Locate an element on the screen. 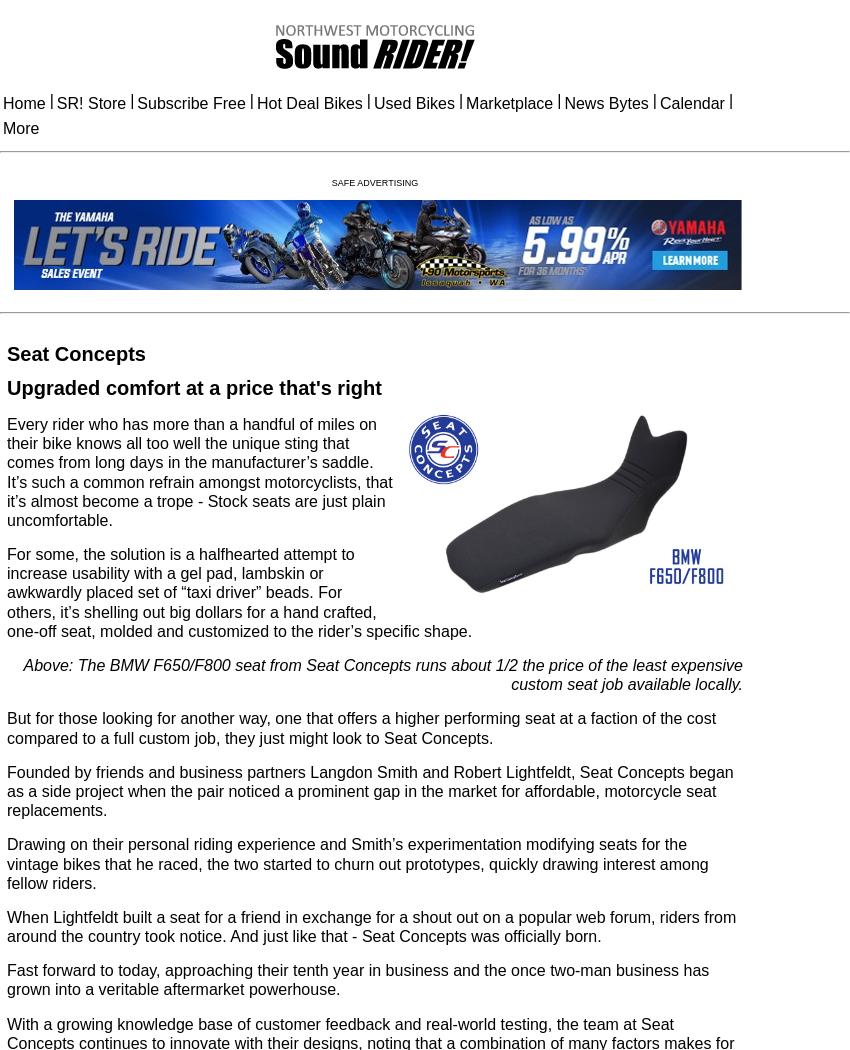 Image resolution: width=850 pixels, height=1050 pixels. 'Upgraded comfort at a price that's right' is located at coordinates (192, 387).